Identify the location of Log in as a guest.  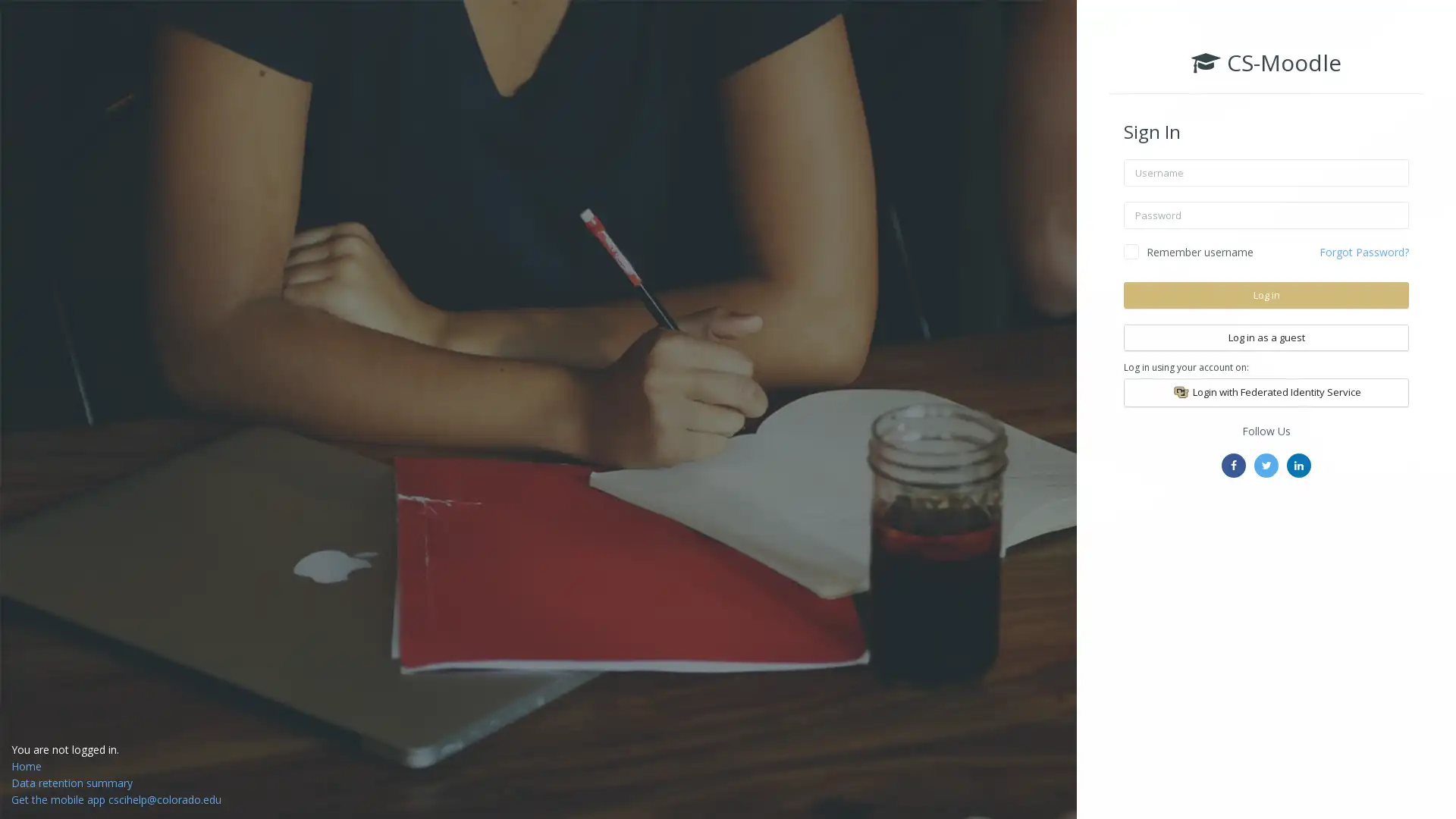
(1266, 336).